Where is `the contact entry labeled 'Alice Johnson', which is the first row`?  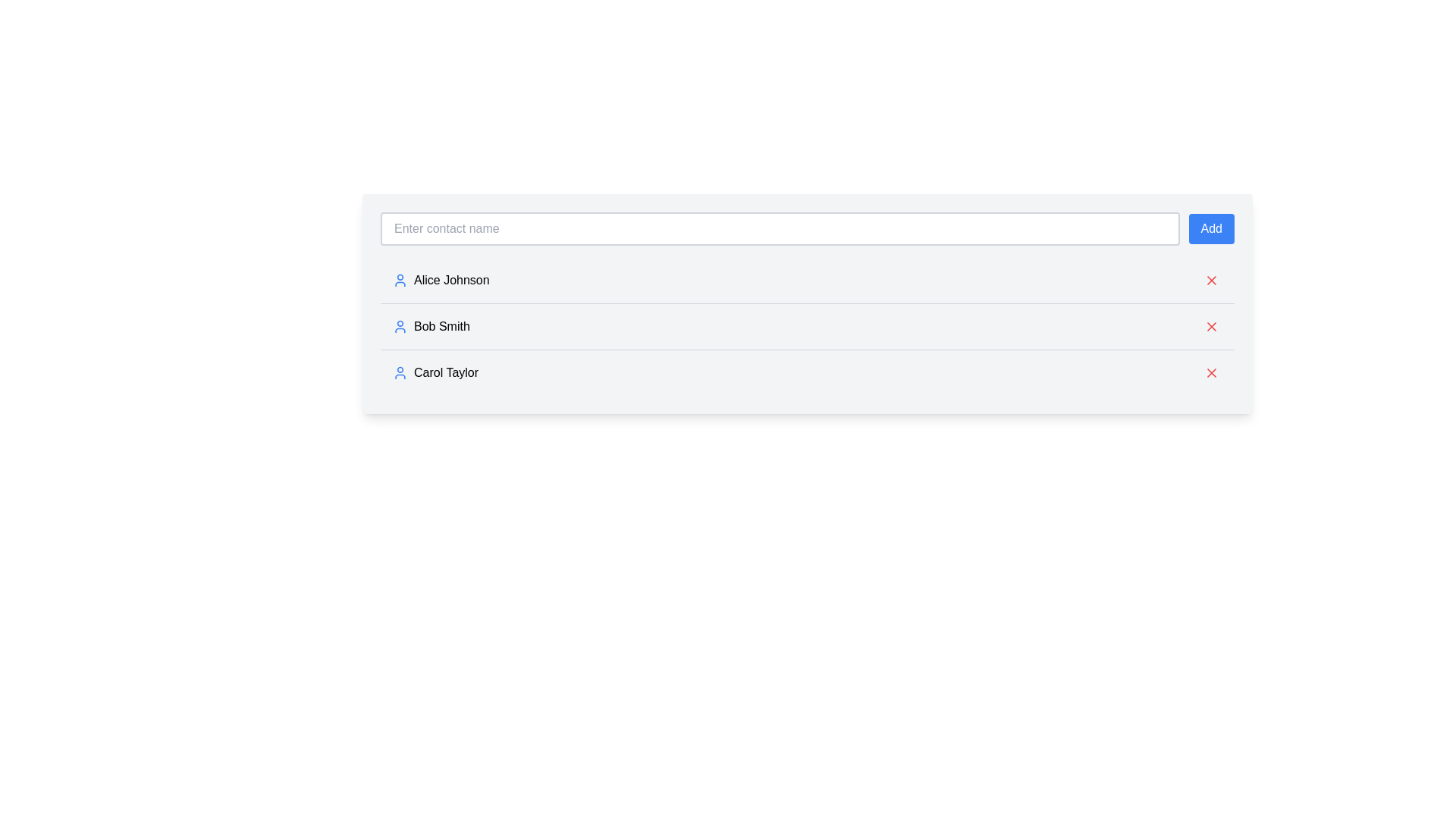
the contact entry labeled 'Alice Johnson', which is the first row is located at coordinates (440, 281).